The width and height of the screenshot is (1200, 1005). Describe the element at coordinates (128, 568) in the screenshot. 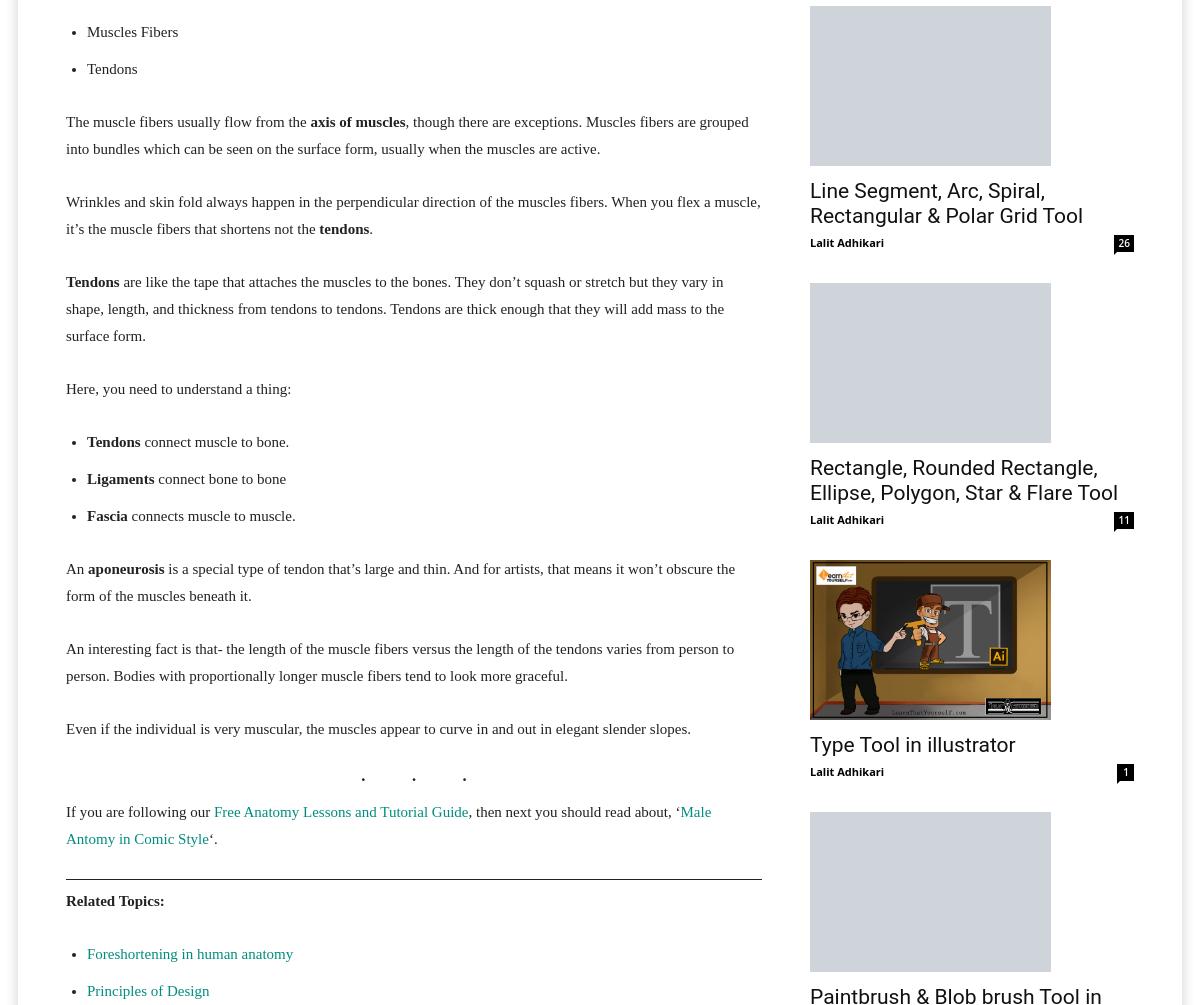

I see `'aponeurosis'` at that location.